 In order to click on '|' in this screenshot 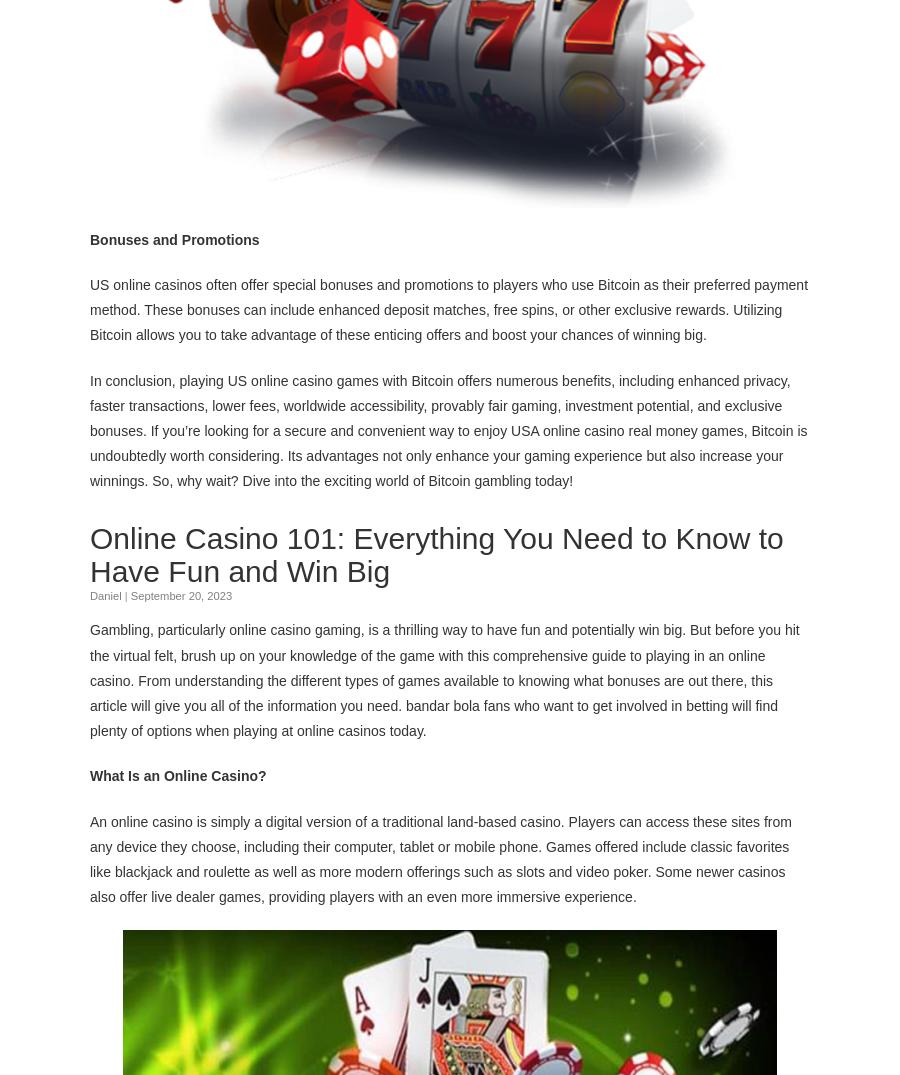, I will do `click(124, 594)`.